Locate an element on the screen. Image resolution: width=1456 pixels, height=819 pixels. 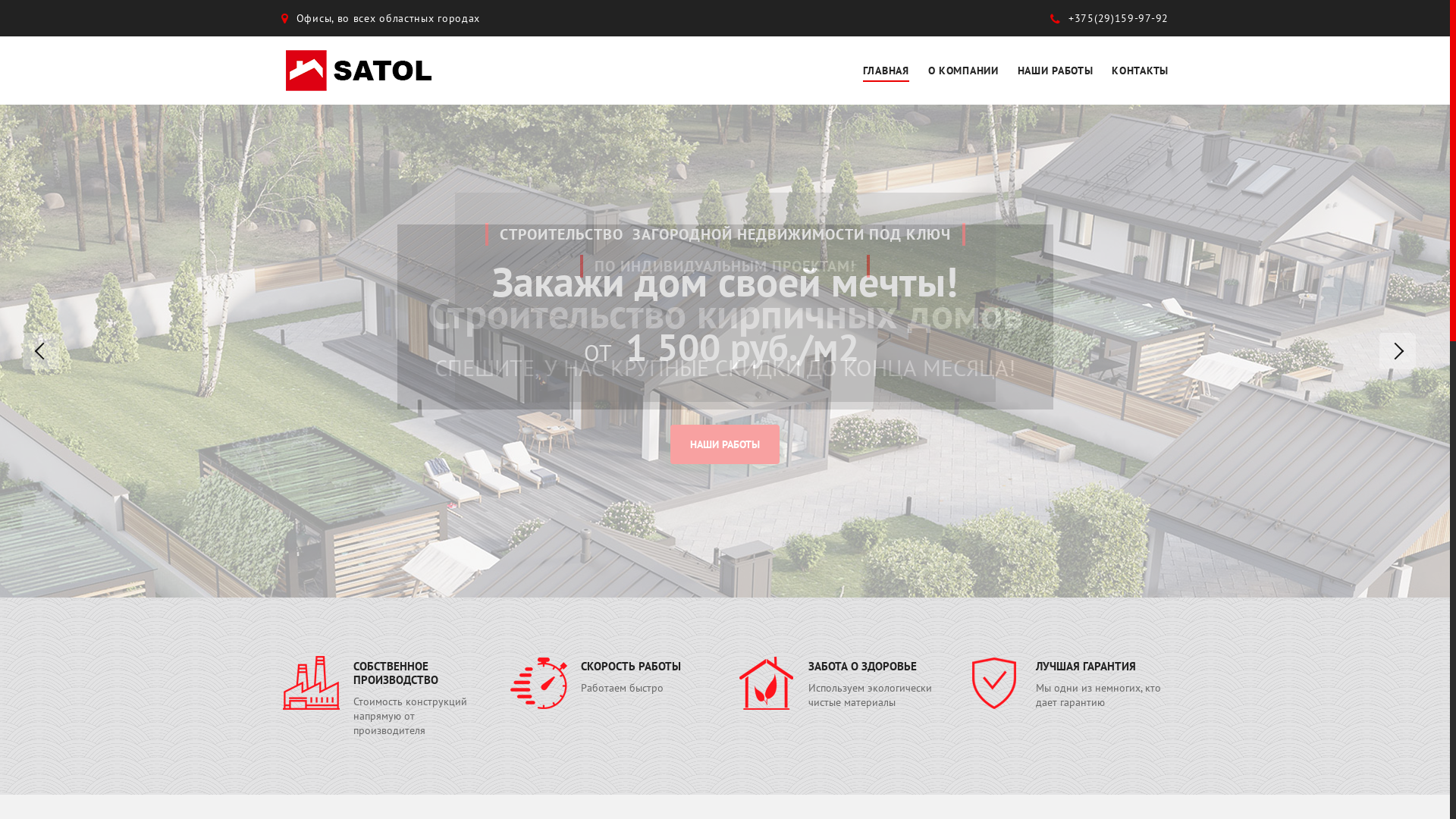
'+375(29)159-97-92' is located at coordinates (1109, 17).